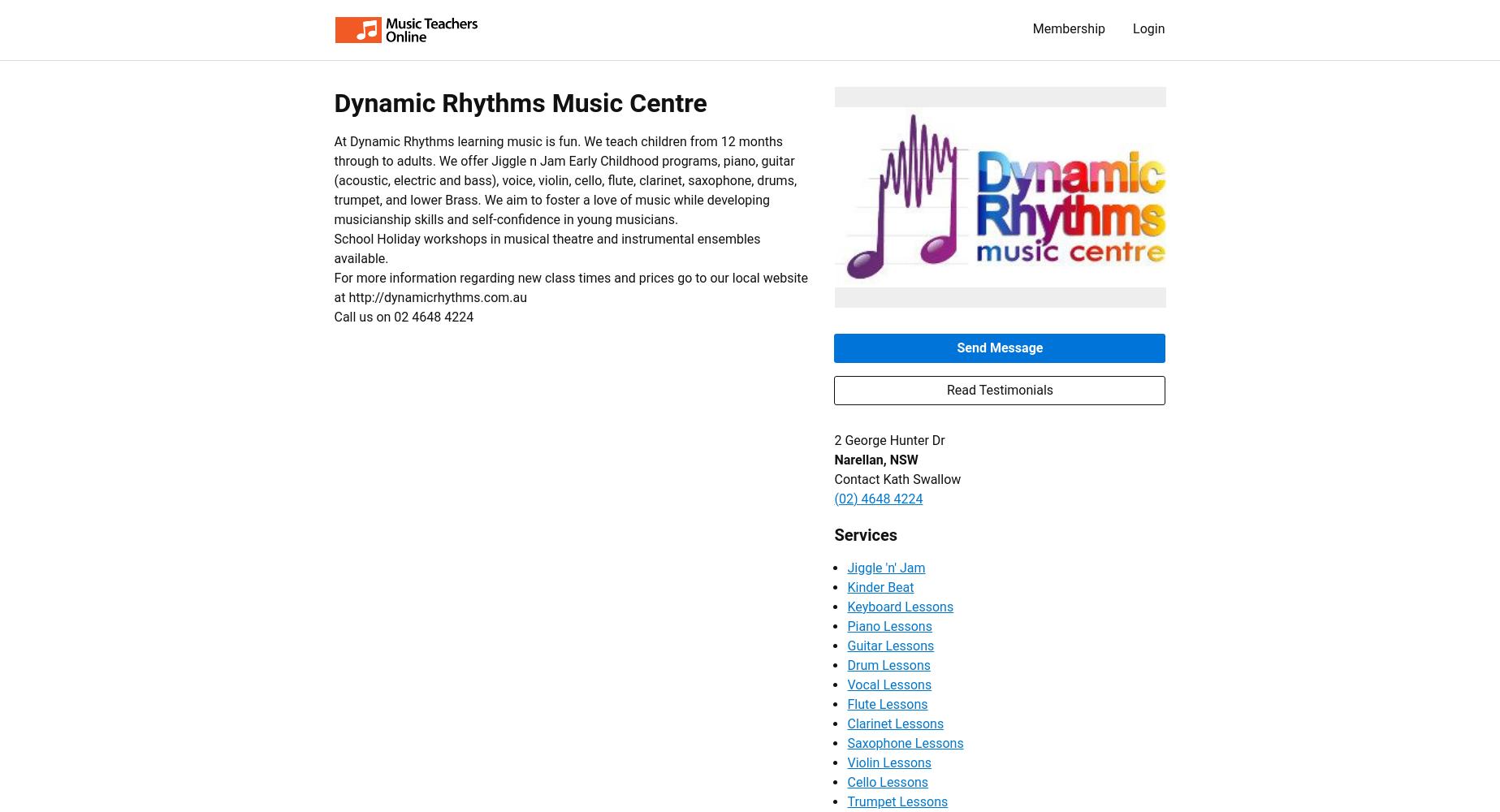  What do you see at coordinates (333, 179) in the screenshot?
I see `'At Dynamic Rhythms learning music is fun. We teach children from 12 months through to adults. We offer Jiggle n Jam Early Childhood programs, piano, guitar (acoustic, electric and bass), voice, violin, cello, flute, clarinet, saxophone, drums, trumpet, and lower Brass. We aim to foster a love of music while developing musicianship skills and self-confidence in young musicians.'` at bounding box center [333, 179].